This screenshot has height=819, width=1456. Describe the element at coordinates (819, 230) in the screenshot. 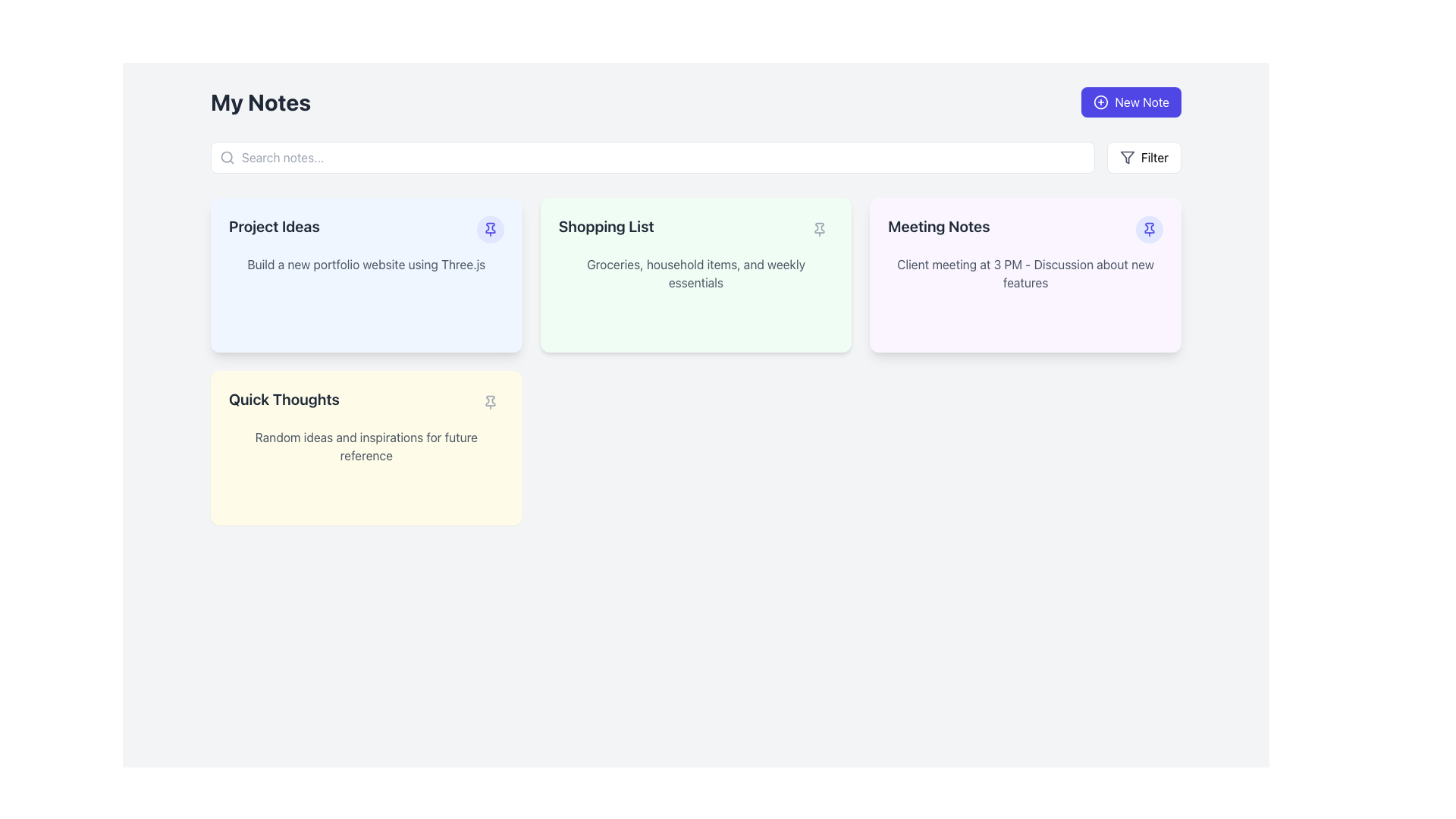

I see `the pin icon button located at the top-right corner of the 'Shopping List' section to trigger a visual effect` at that location.